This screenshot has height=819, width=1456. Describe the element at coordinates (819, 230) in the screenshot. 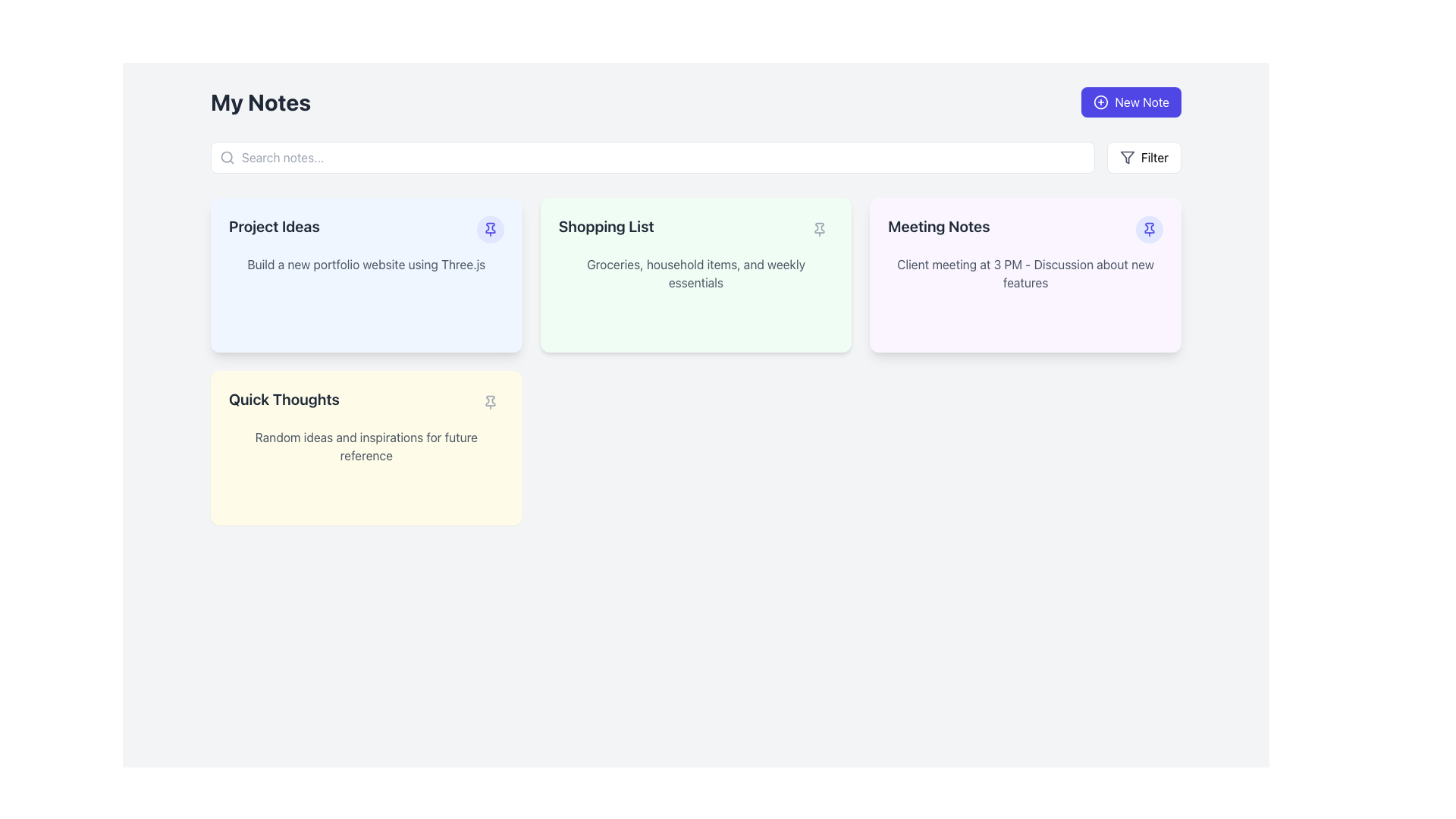

I see `the pin icon button located at the top-right corner of the 'Shopping List' section to trigger a visual effect` at that location.